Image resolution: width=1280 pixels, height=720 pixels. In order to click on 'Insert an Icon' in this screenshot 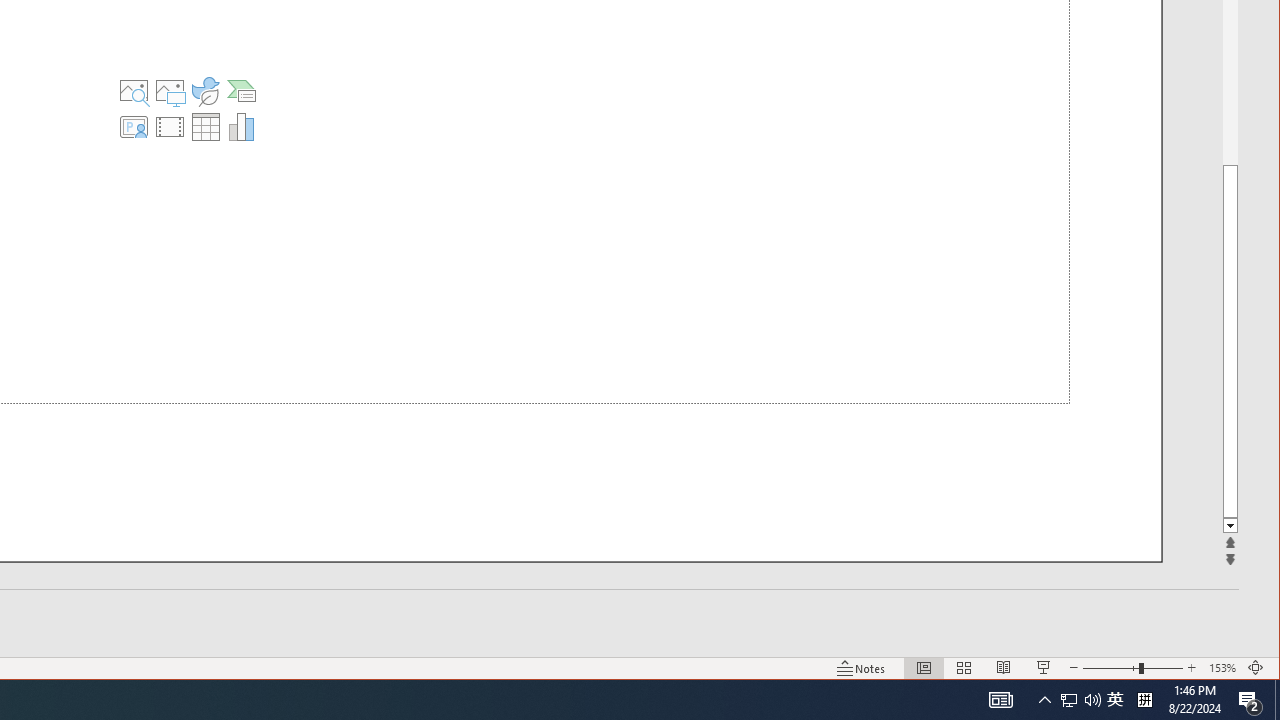, I will do `click(205, 91)`.